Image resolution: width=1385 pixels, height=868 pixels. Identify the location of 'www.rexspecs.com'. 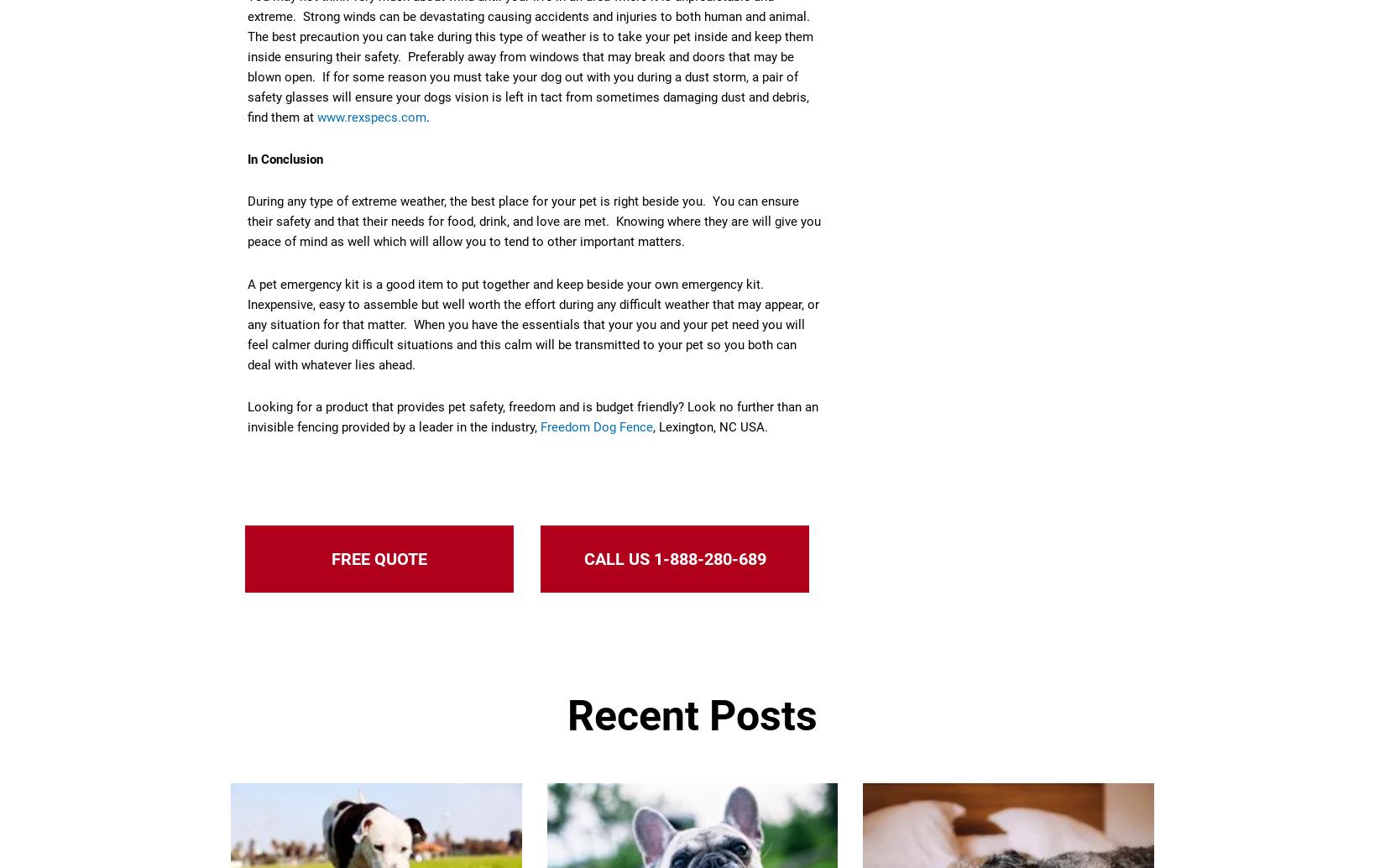
(371, 116).